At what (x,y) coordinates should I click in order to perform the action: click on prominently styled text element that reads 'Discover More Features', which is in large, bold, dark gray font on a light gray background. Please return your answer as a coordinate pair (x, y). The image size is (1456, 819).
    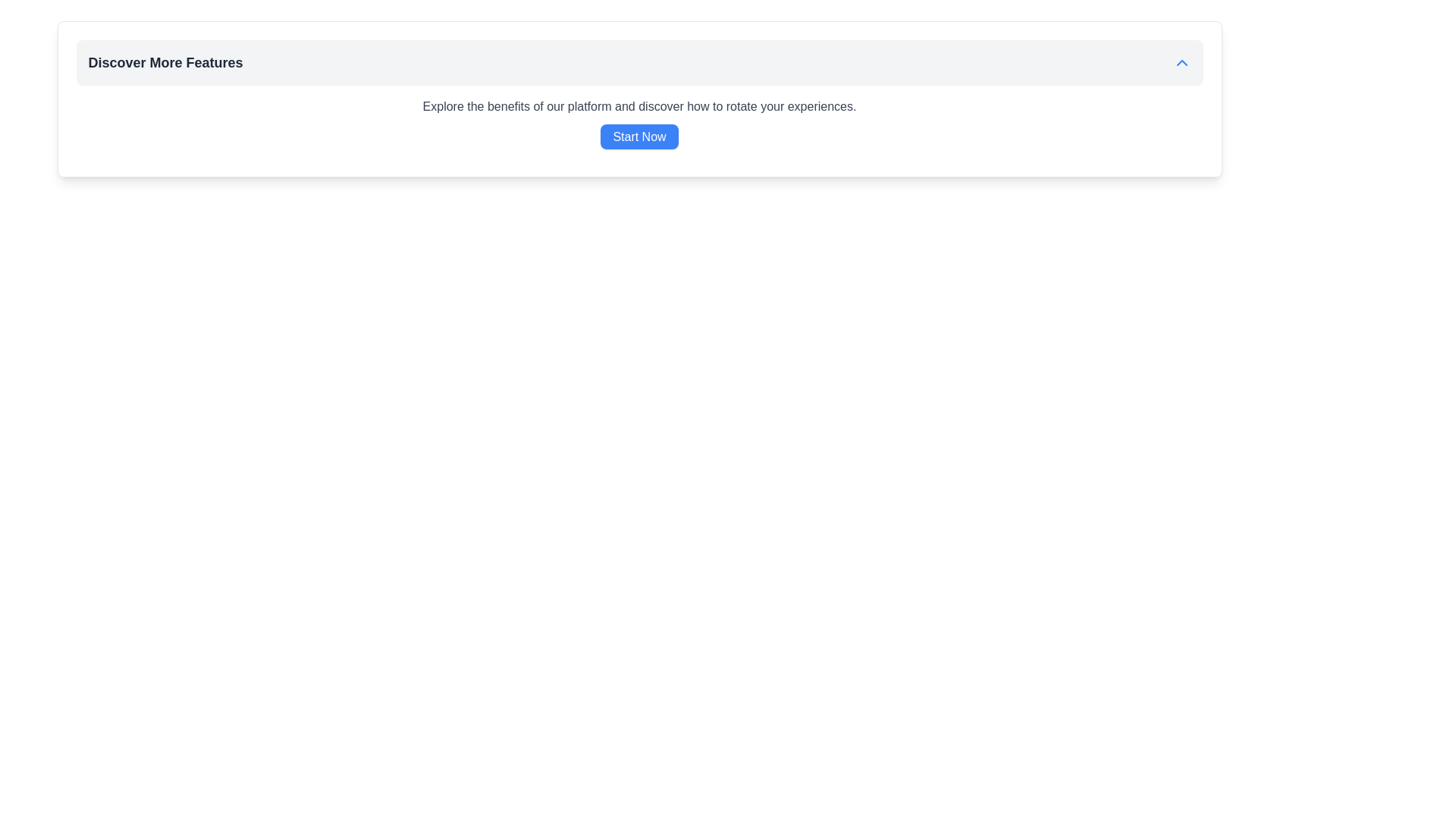
    Looking at the image, I should click on (165, 62).